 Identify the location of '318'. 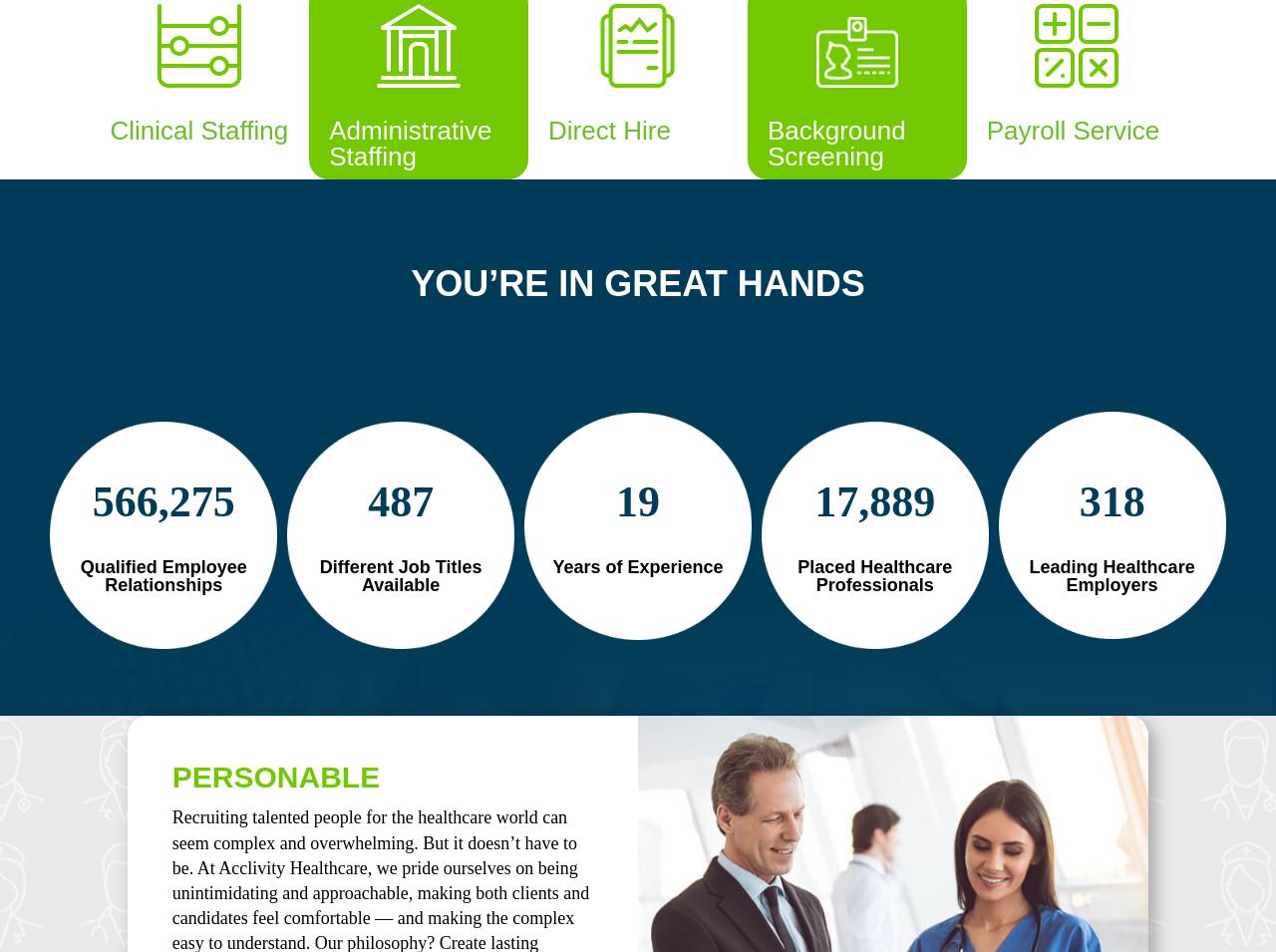
(1111, 501).